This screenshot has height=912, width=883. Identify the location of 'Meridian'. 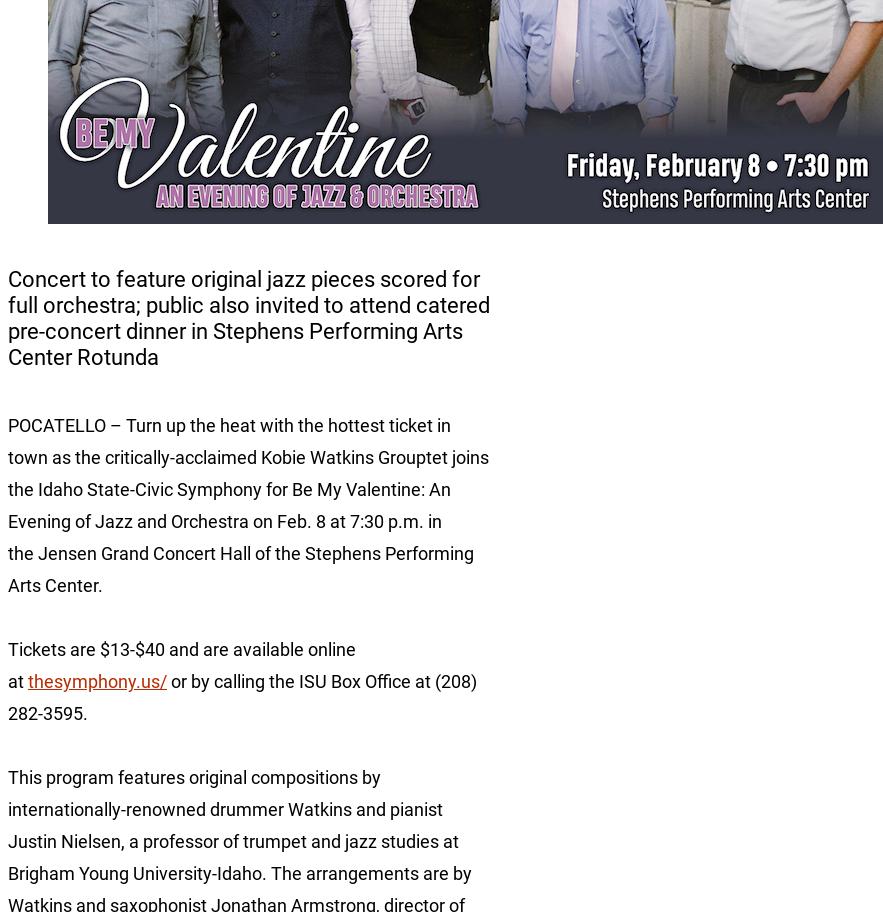
(38, 437).